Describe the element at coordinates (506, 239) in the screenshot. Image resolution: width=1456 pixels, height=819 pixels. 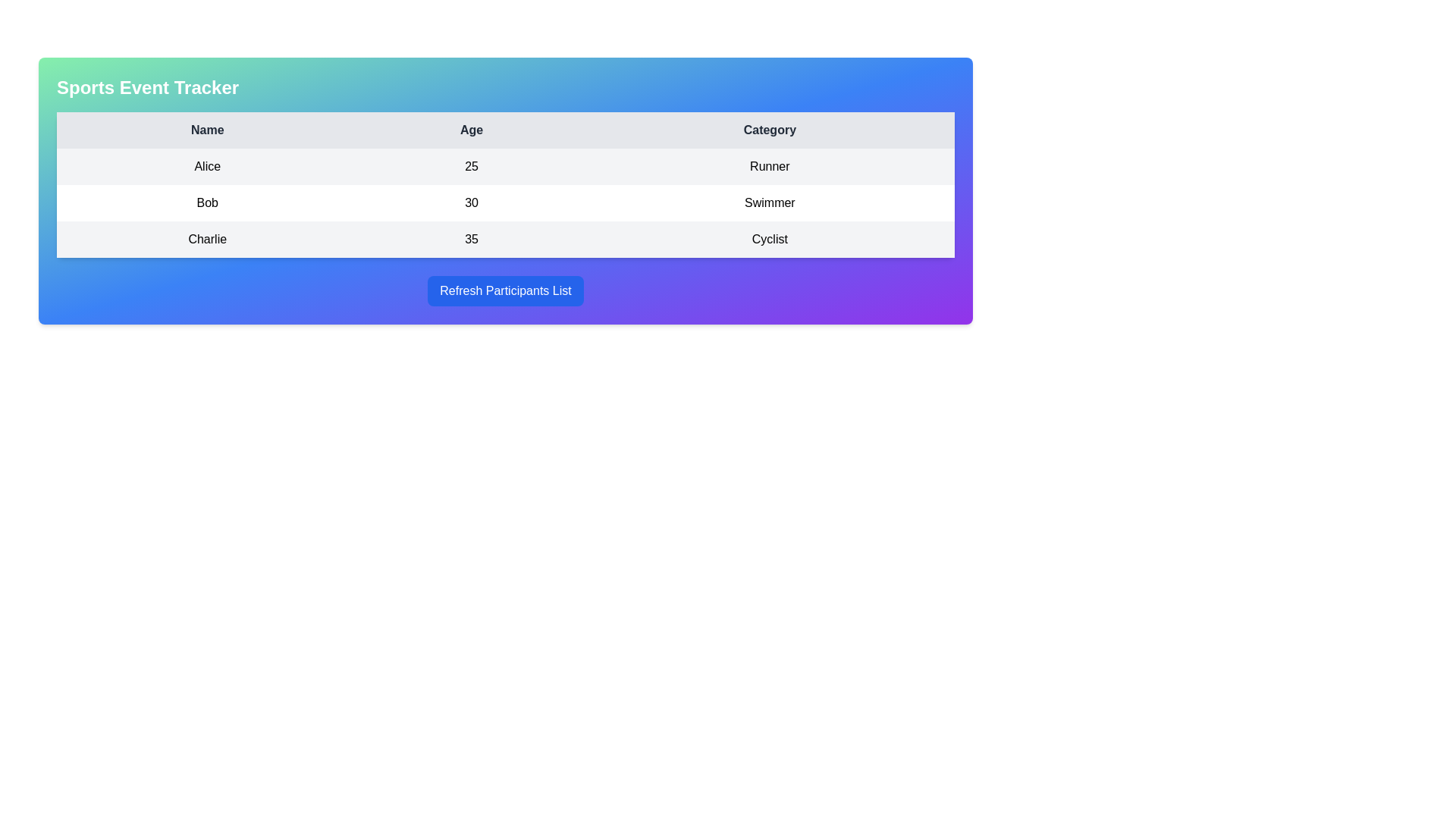
I see `the table row displaying data for 'Charlie', which includes their age (35) and category (Cyclist), located as the third row in the table` at that location.